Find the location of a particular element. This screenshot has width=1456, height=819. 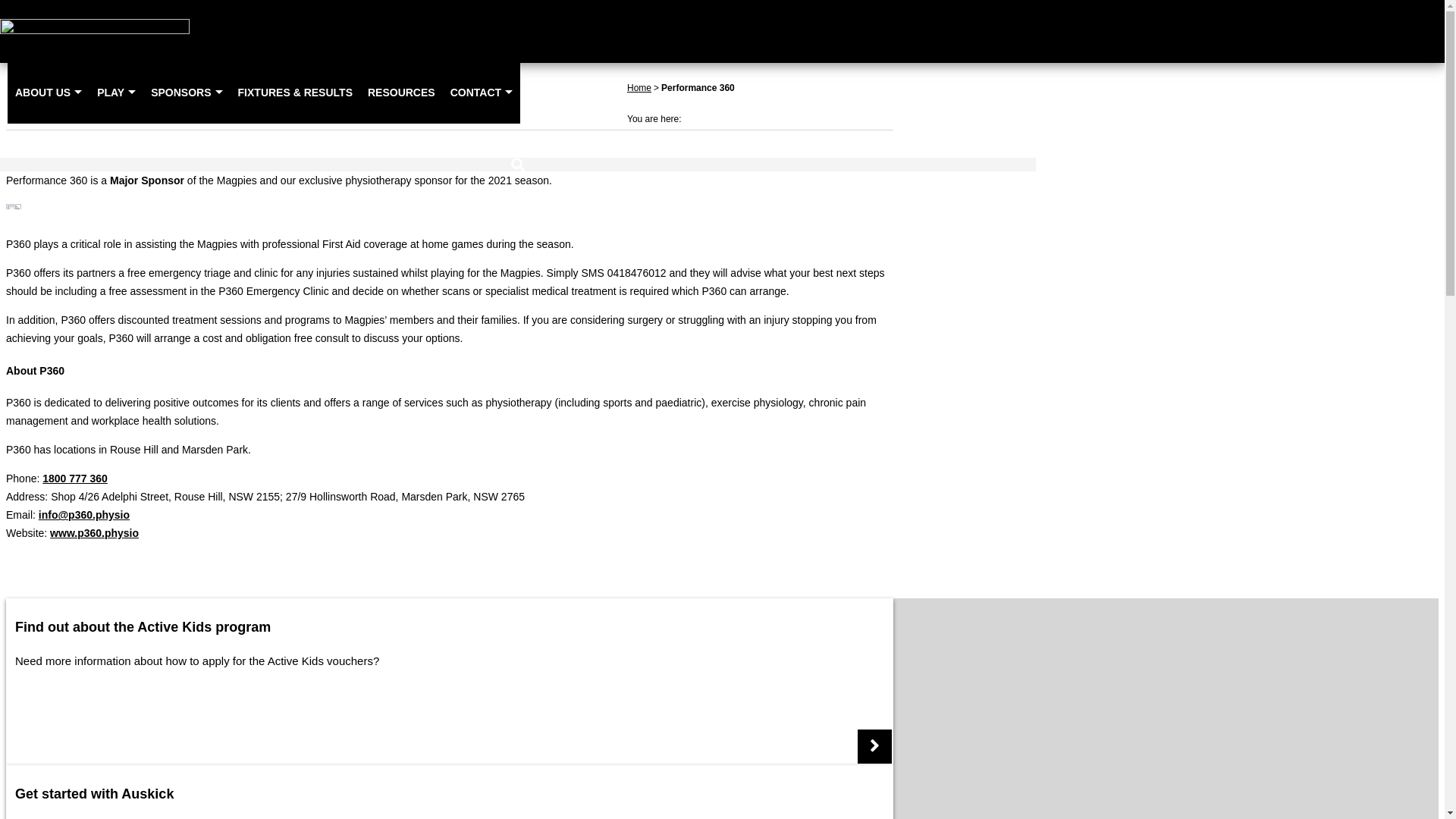

'ABOUT US' is located at coordinates (48, 92).